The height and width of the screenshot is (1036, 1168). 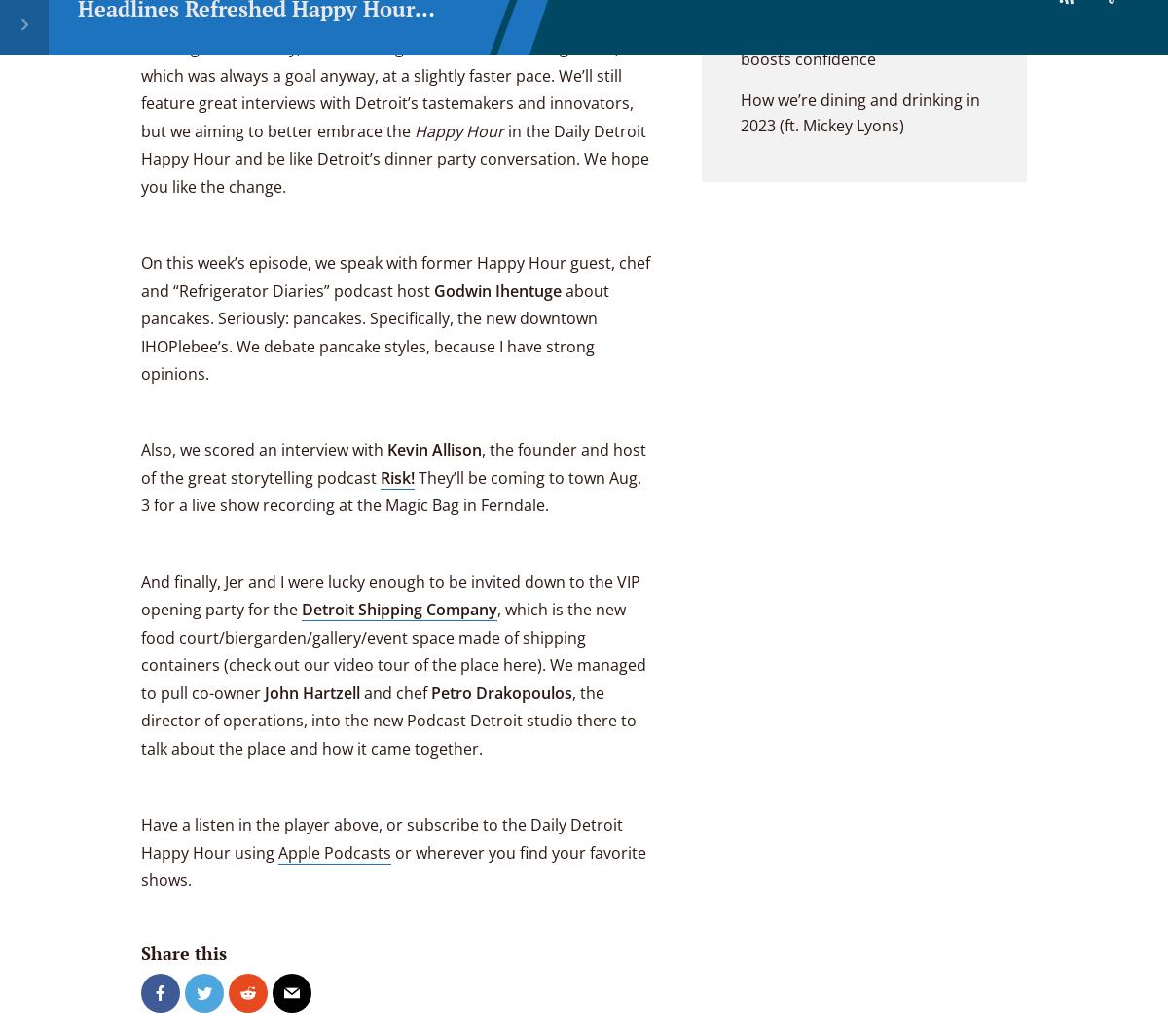 What do you see at coordinates (397, 476) in the screenshot?
I see `'Risk!'` at bounding box center [397, 476].